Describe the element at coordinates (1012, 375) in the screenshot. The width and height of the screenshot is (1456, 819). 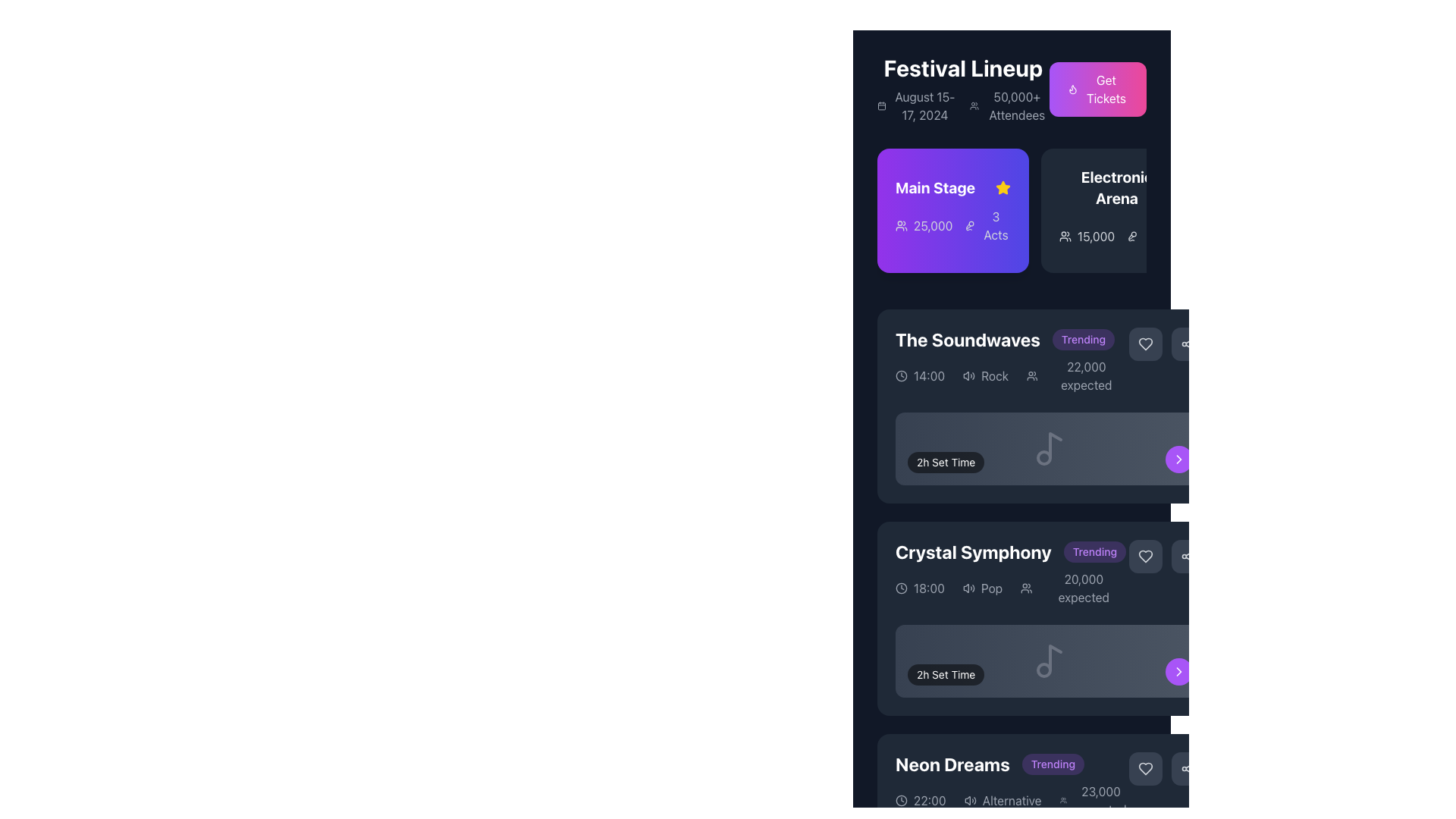
I see `the Informational display row that shows key event information in 'The Soundwaves' section, located beneath its title and next to a 'Trending' badge` at that location.